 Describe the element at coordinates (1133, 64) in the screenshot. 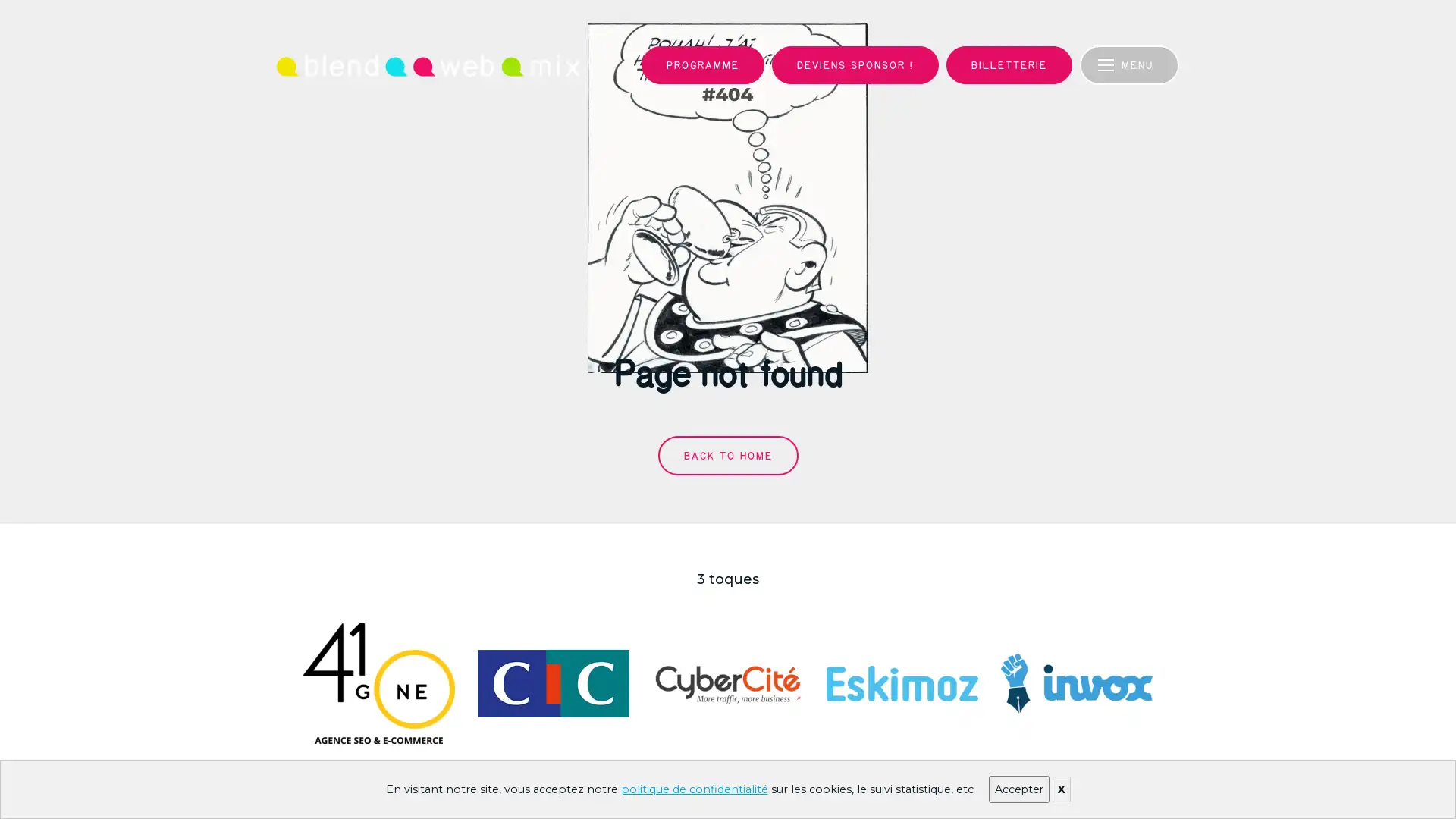

I see `MENU` at that location.